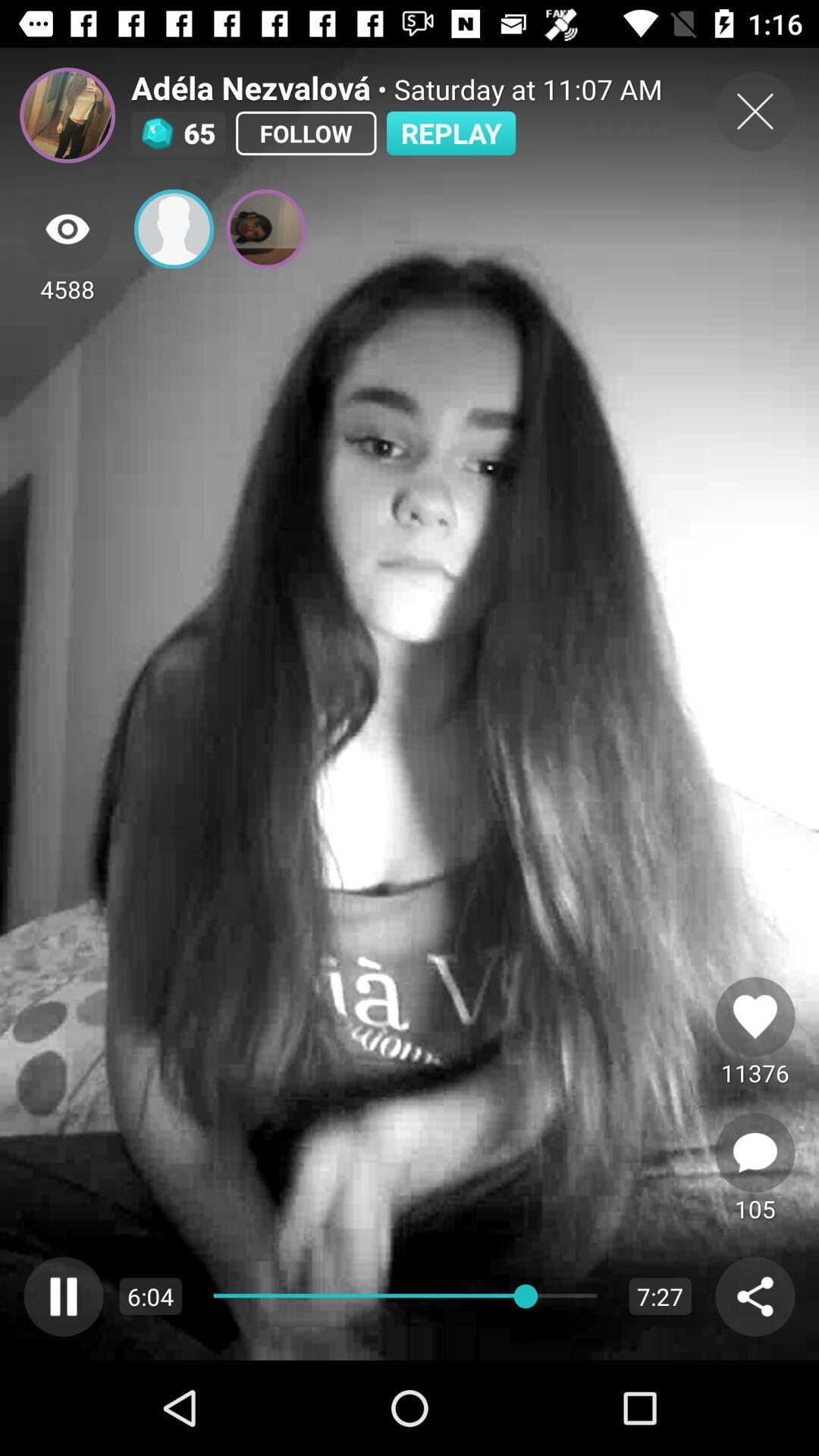 This screenshot has width=819, height=1456. I want to click on click the profile, so click(173, 228).